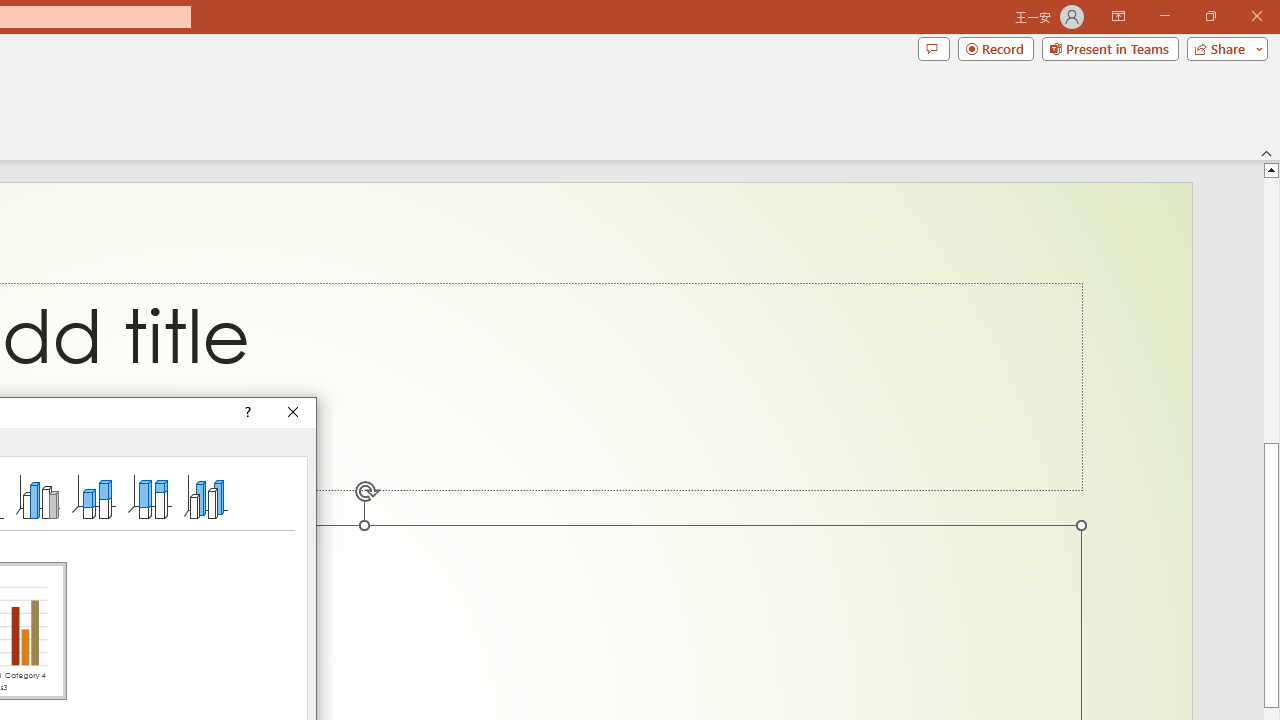 Image resolution: width=1280 pixels, height=720 pixels. I want to click on '3-D Column', so click(206, 495).